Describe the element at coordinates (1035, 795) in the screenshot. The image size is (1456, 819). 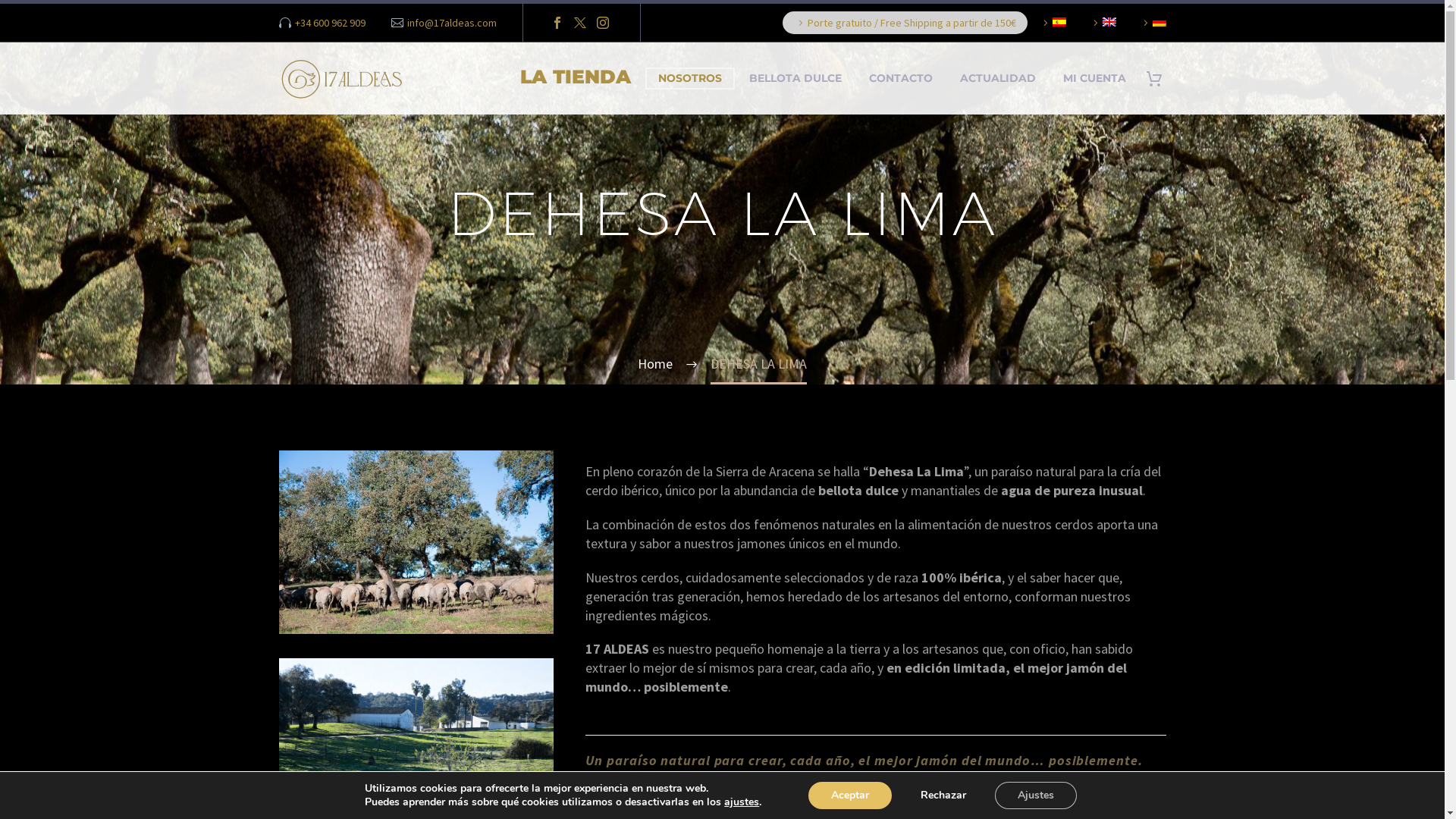
I see `'Ajustes'` at that location.